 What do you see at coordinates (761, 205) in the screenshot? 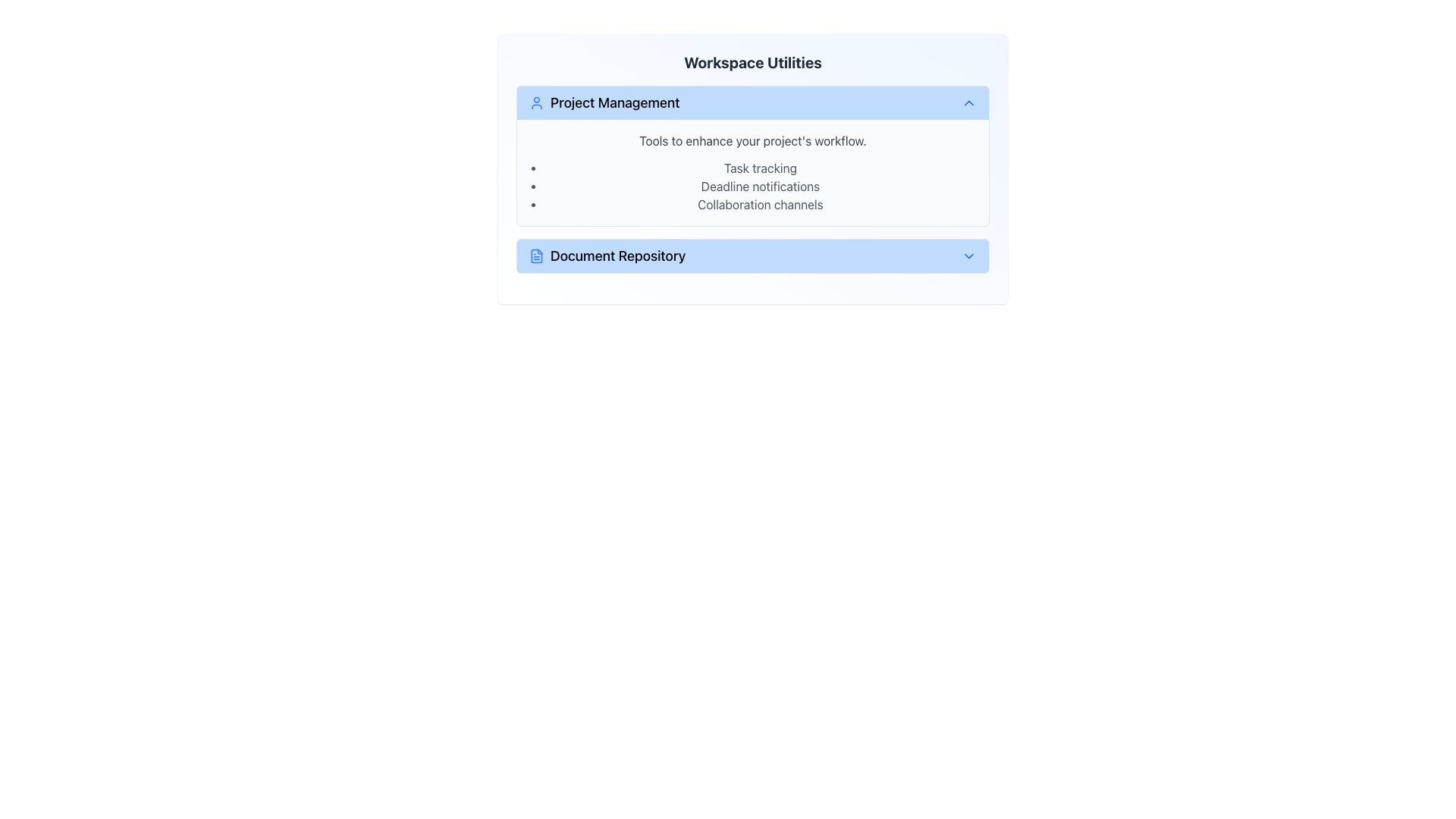
I see `the 'Collaboration channels' text label, which is the third item in the vertical bulleted list in the 'Project Management' section` at bounding box center [761, 205].